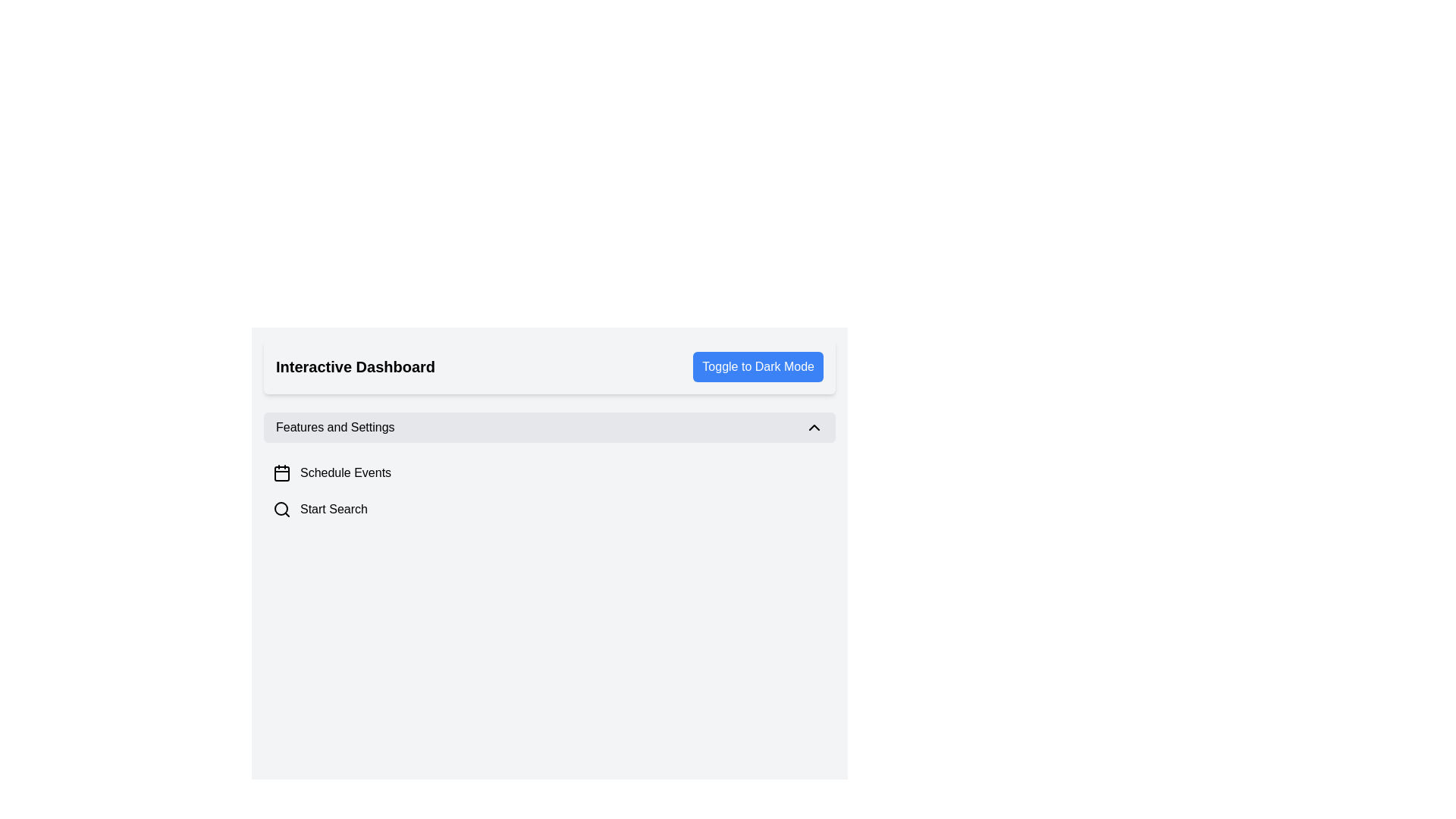 This screenshot has height=819, width=1456. I want to click on the button located on the right side of the 'Interactive Dashboard' panel, so click(758, 366).